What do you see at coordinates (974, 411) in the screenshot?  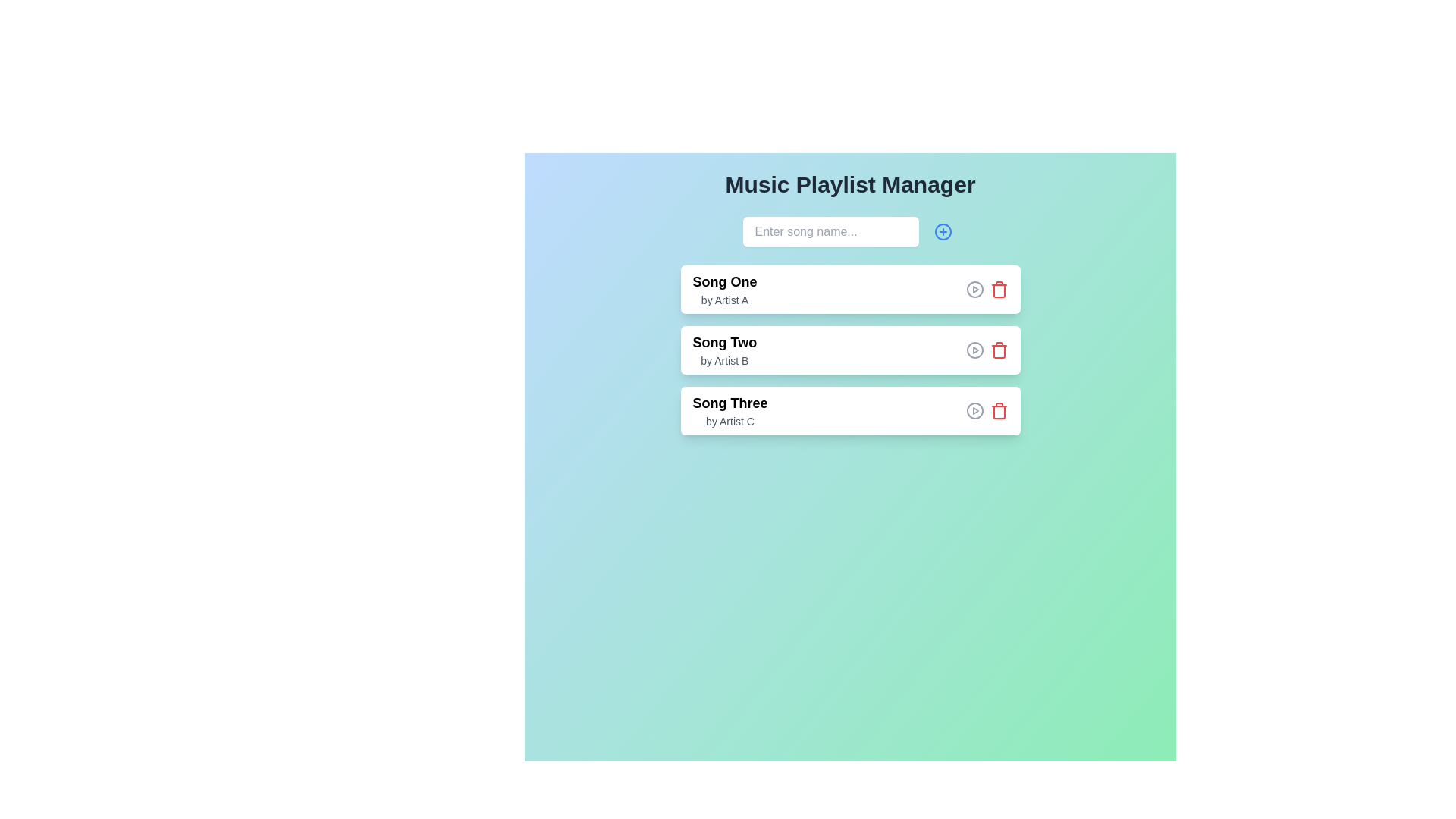 I see `the circular play icon button with a gray outline and triangular 'play' symbol, located in the right part of the third row of elements in a vertical list` at bounding box center [974, 411].